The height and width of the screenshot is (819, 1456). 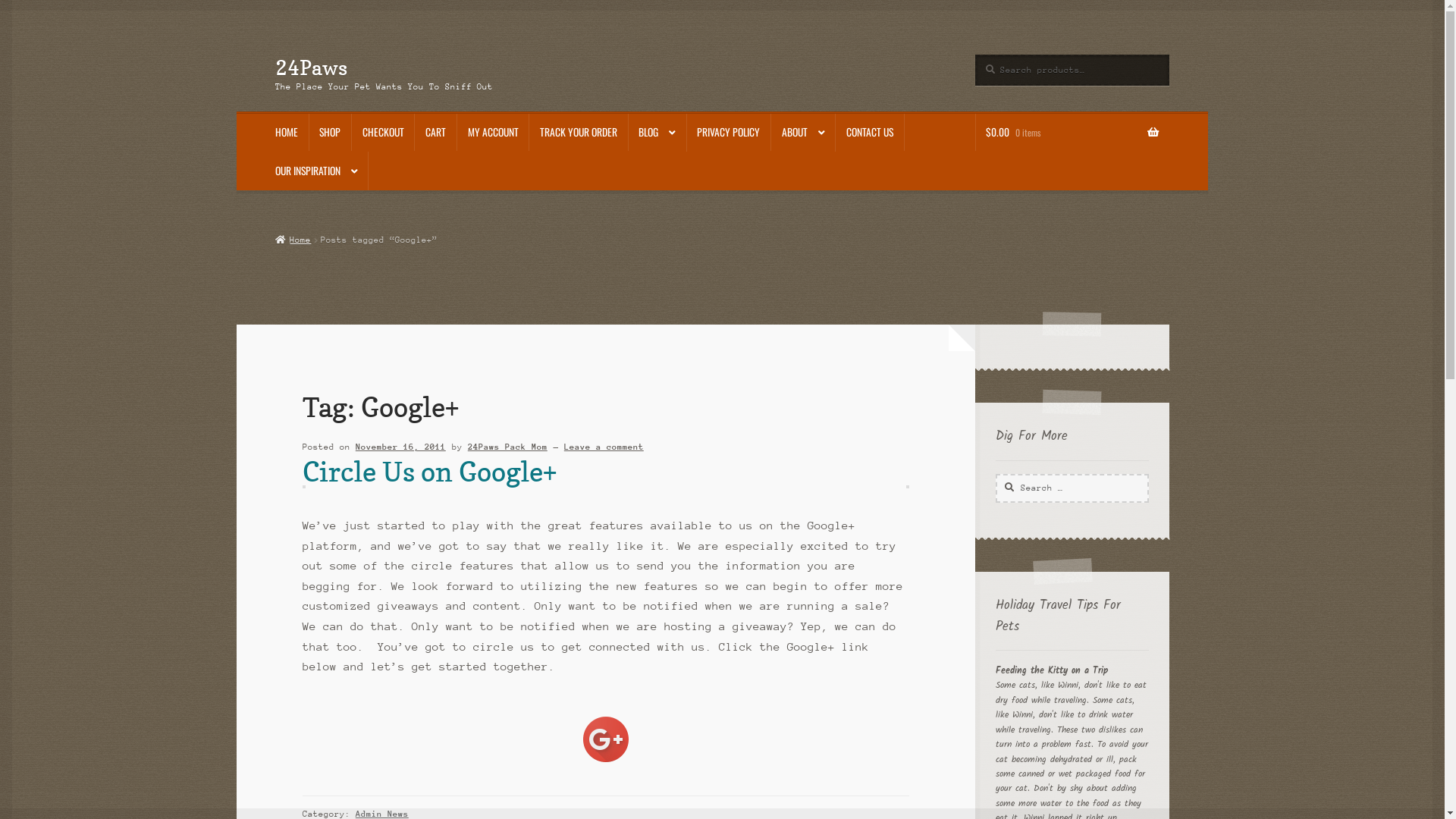 I want to click on 'TRACK YOUR ORDER', so click(x=529, y=131).